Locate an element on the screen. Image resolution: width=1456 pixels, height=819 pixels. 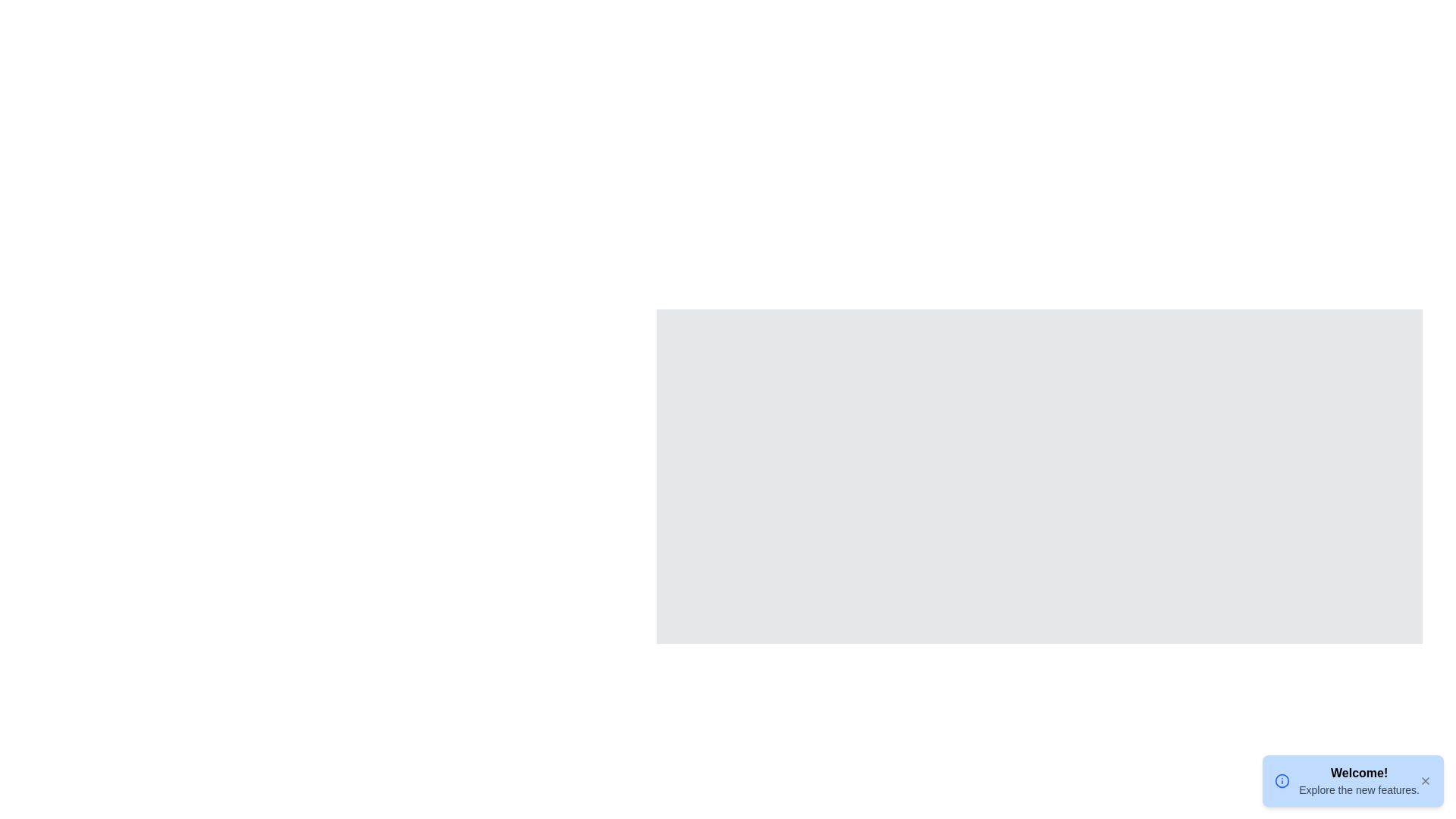
the circular part of the SVG information icon located at the bottom-right corner of the interface is located at coordinates (1282, 780).